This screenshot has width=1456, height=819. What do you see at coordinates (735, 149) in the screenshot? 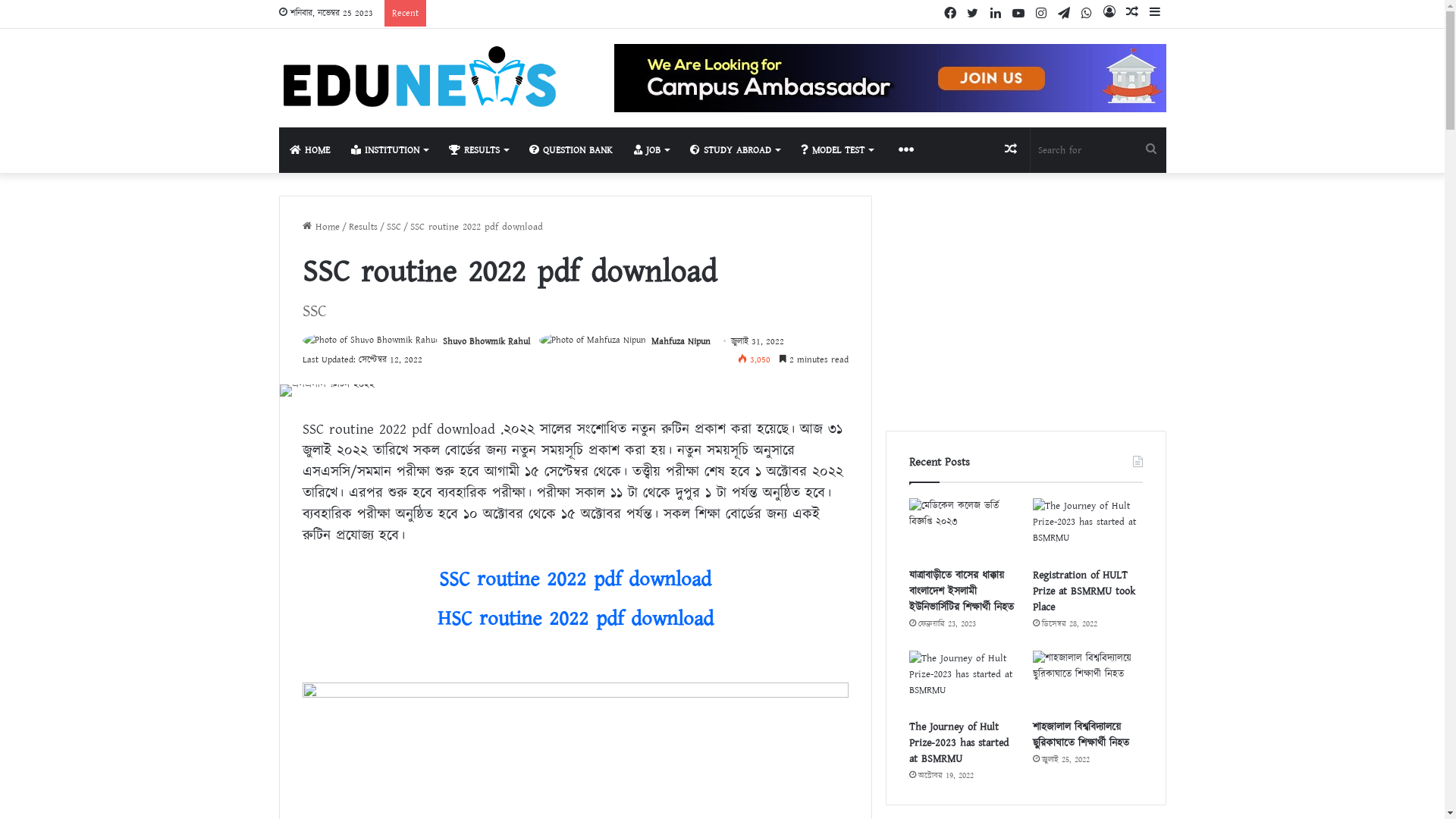
I see `'STUDY ABROAD'` at bounding box center [735, 149].